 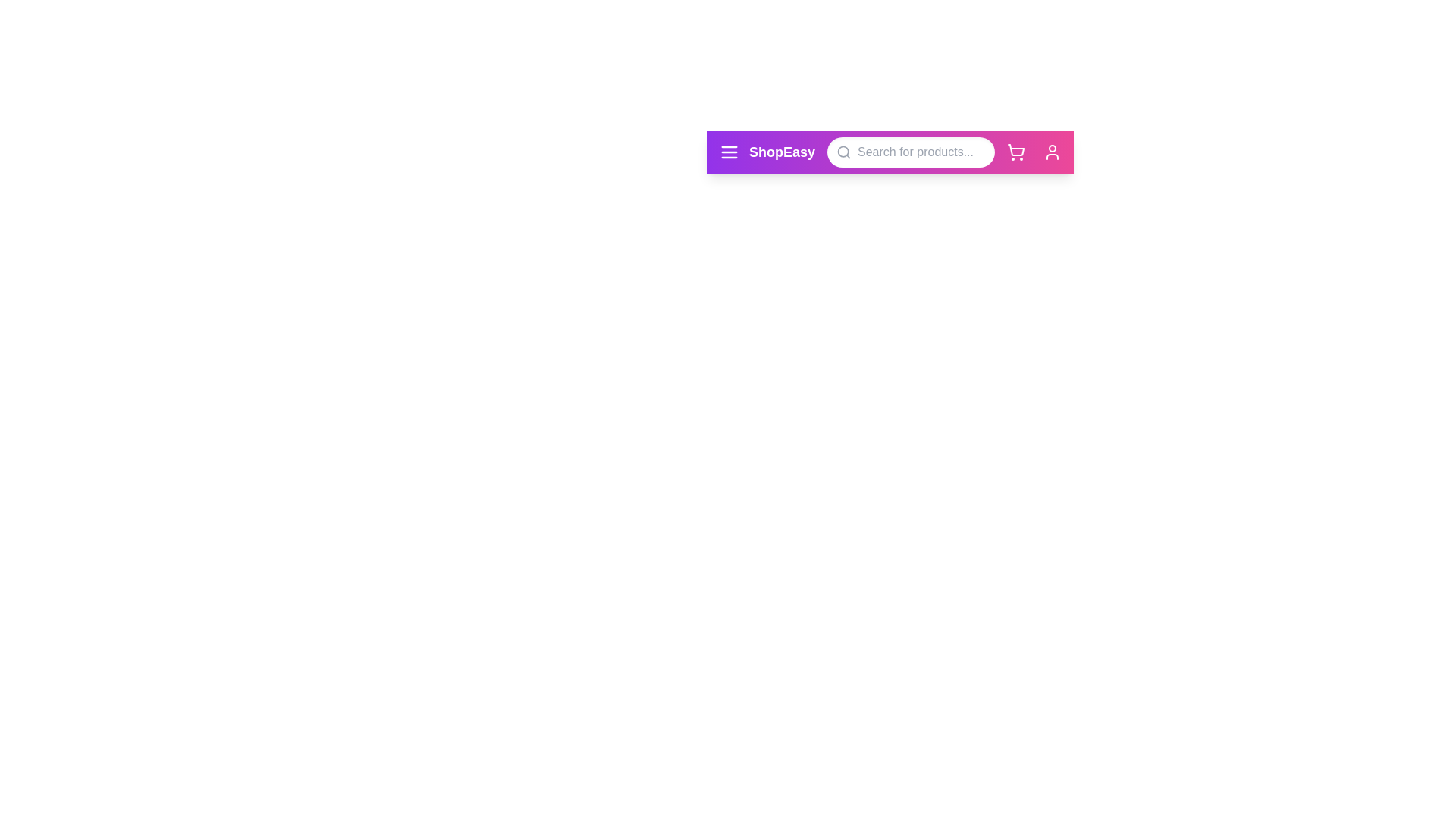 I want to click on the menu icon to open the menu, so click(x=729, y=152).